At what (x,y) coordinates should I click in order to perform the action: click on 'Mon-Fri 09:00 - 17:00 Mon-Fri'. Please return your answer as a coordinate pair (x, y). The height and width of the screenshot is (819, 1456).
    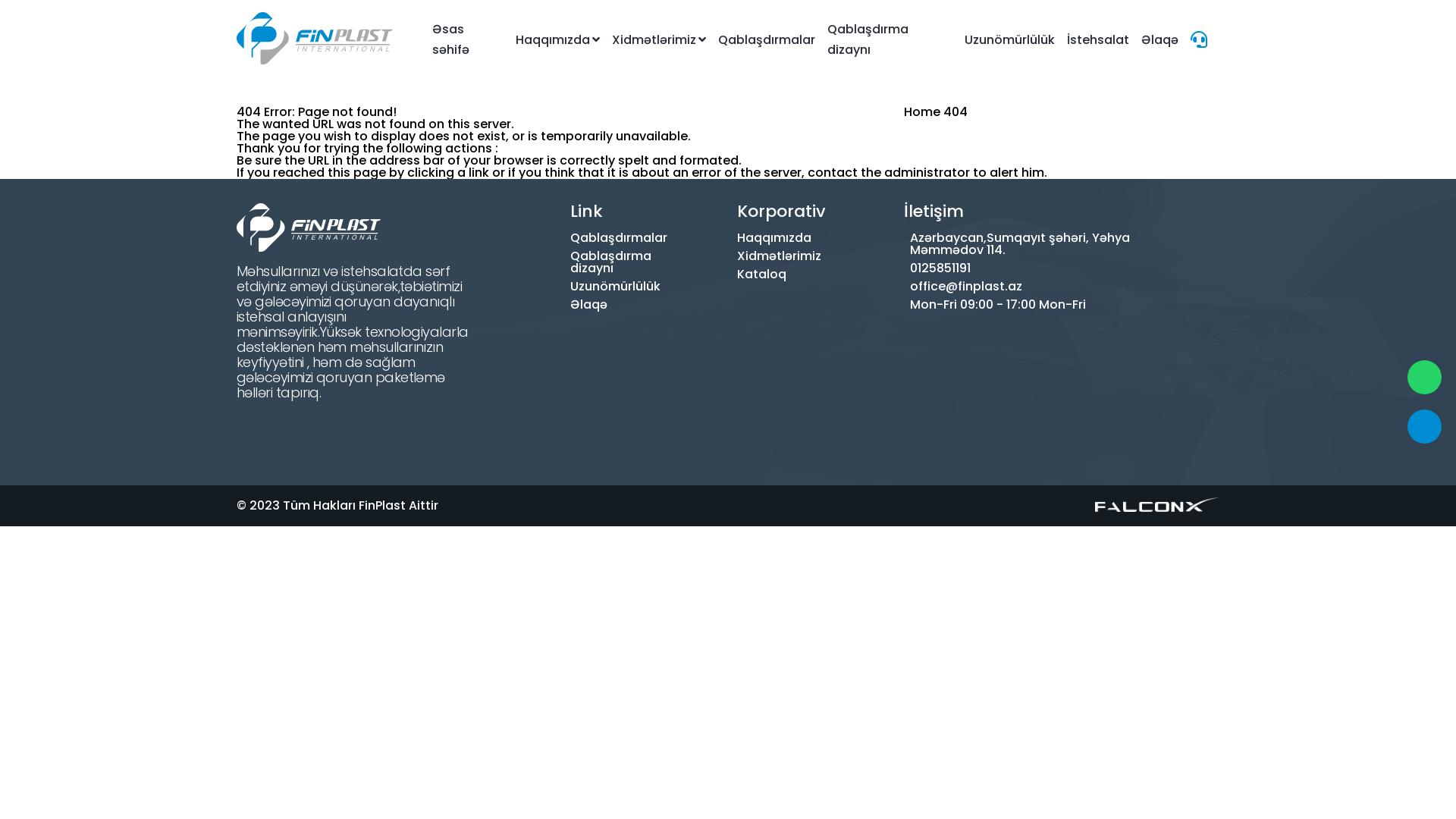
    Looking at the image, I should click on (1019, 304).